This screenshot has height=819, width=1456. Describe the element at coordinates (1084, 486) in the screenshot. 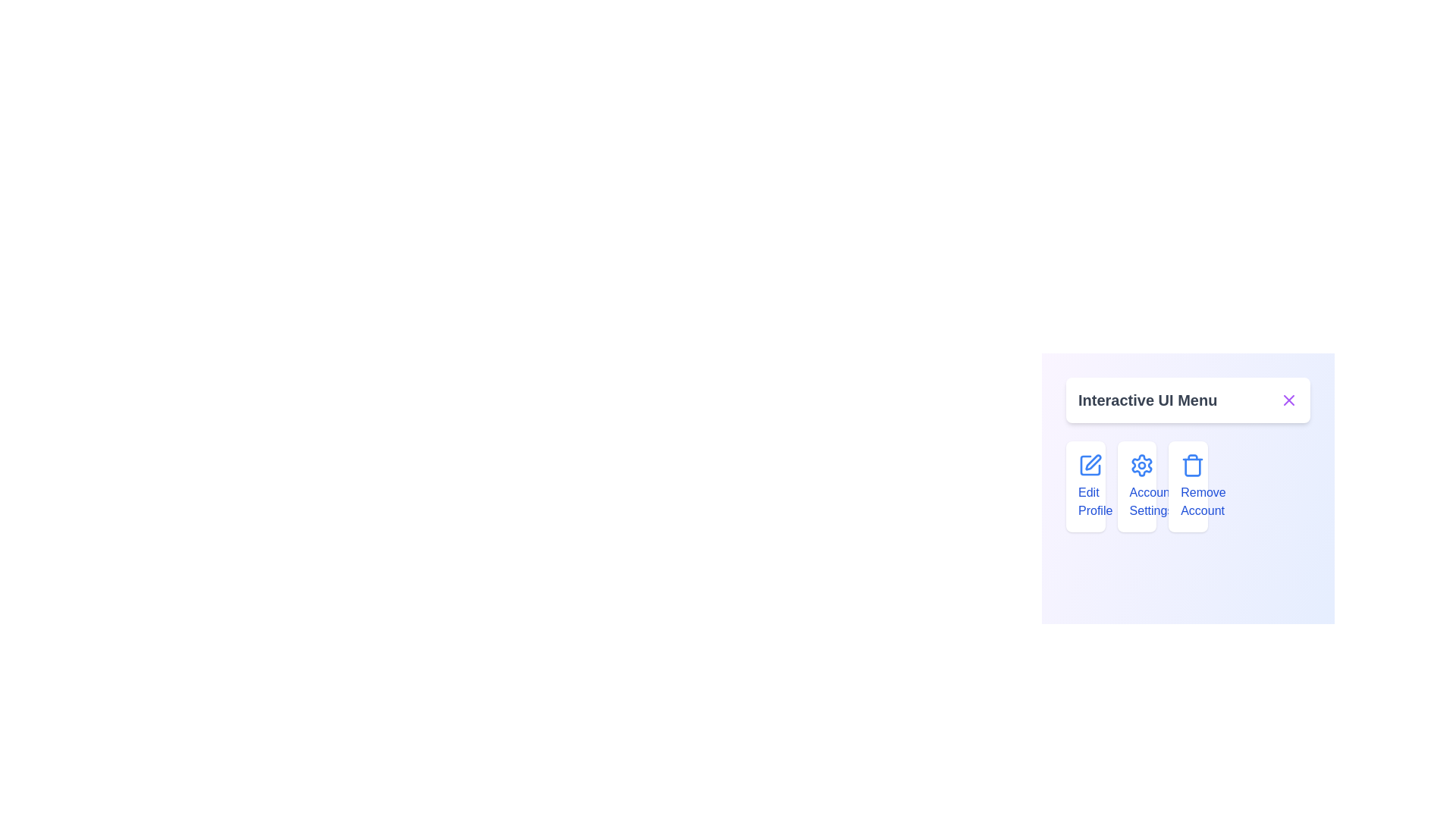

I see `the menu item labeled Edit Profile to observe its hover effect` at that location.